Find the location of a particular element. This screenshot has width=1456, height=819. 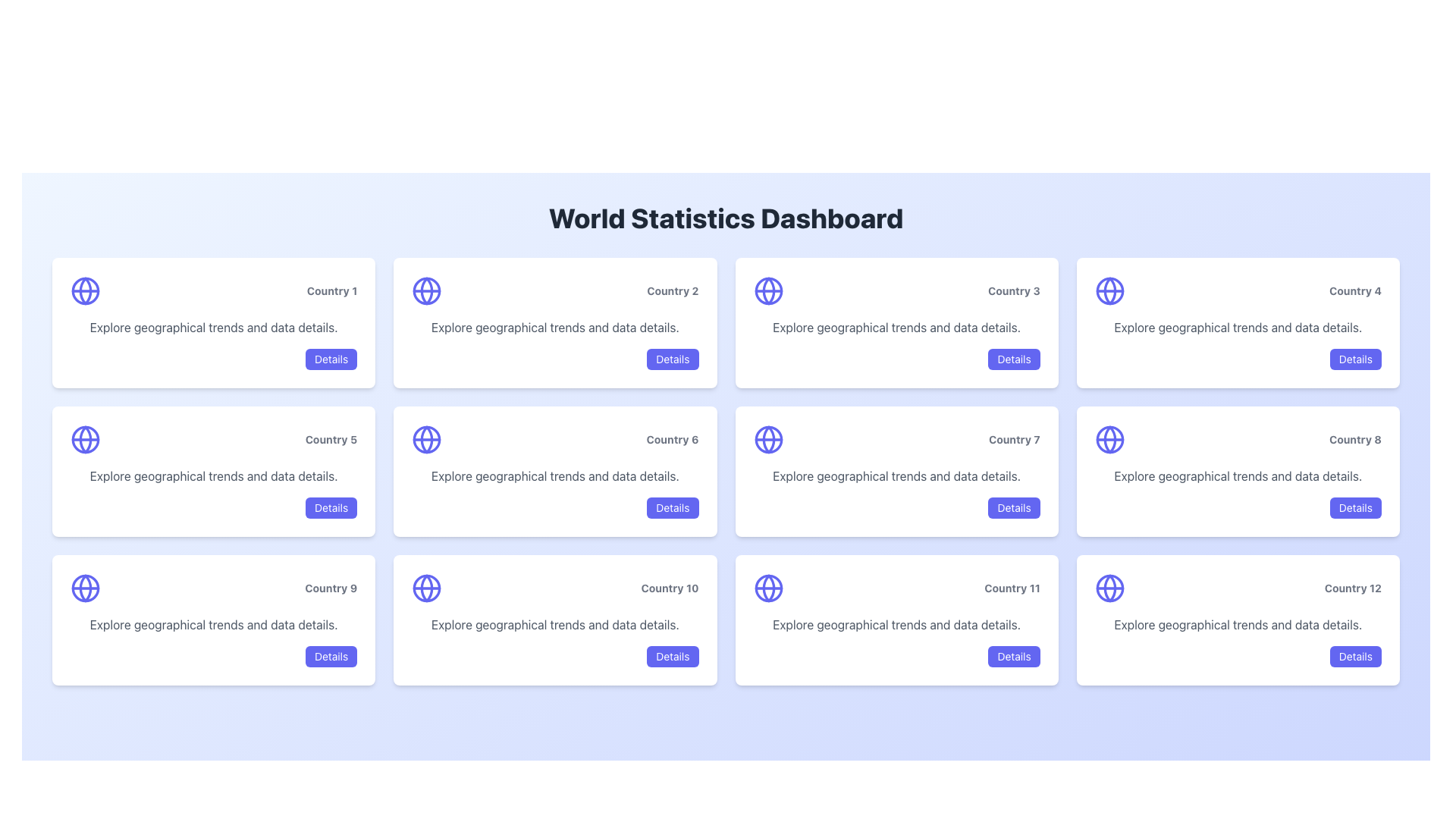

the 'Details' button located at the bottom right corner of the card labeled 'Country 12' is located at coordinates (1355, 656).